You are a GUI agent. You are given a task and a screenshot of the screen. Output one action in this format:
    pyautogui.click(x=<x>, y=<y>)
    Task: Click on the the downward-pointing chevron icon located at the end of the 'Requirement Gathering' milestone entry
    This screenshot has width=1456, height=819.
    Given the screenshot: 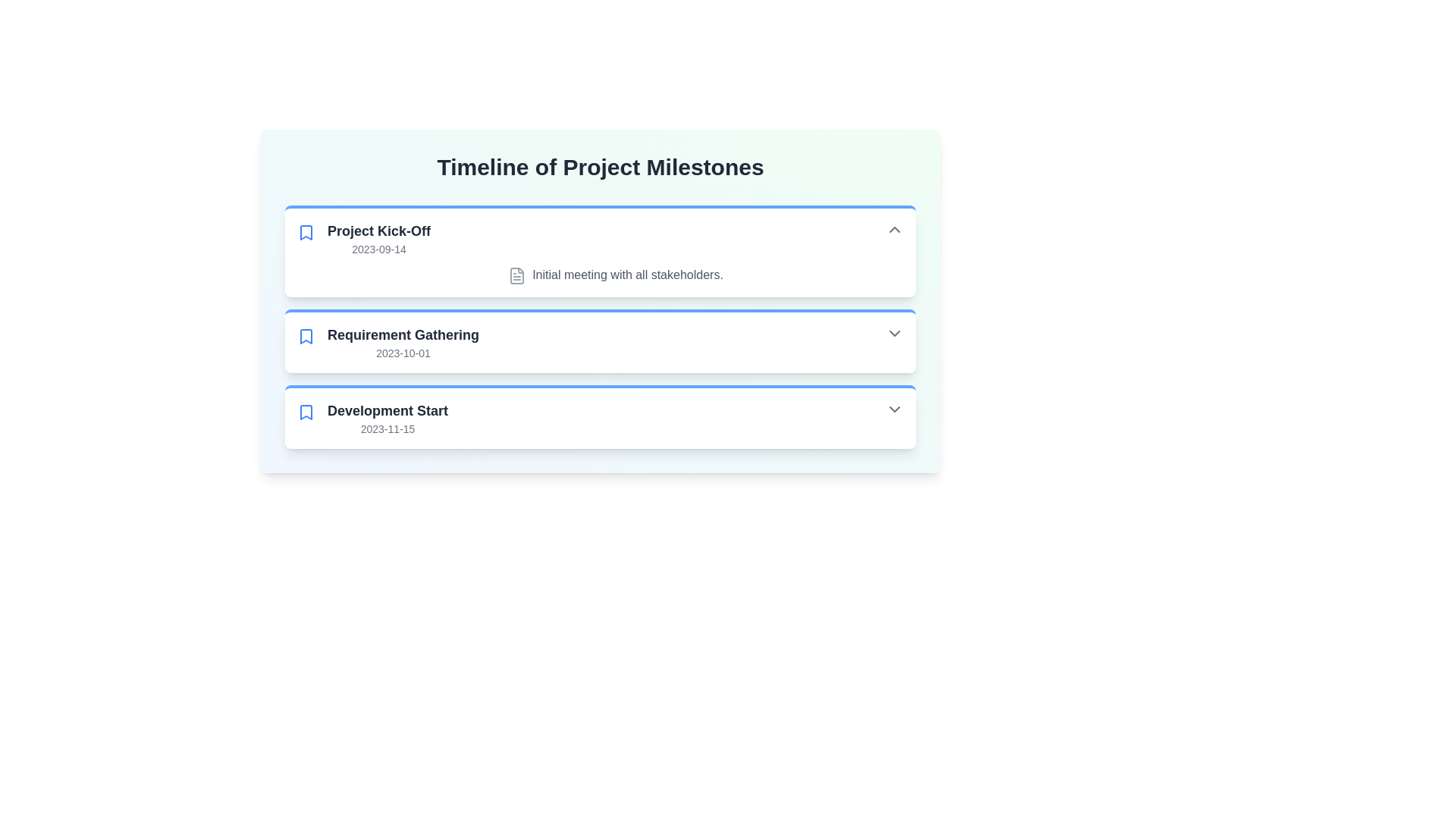 What is the action you would take?
    pyautogui.click(x=895, y=332)
    